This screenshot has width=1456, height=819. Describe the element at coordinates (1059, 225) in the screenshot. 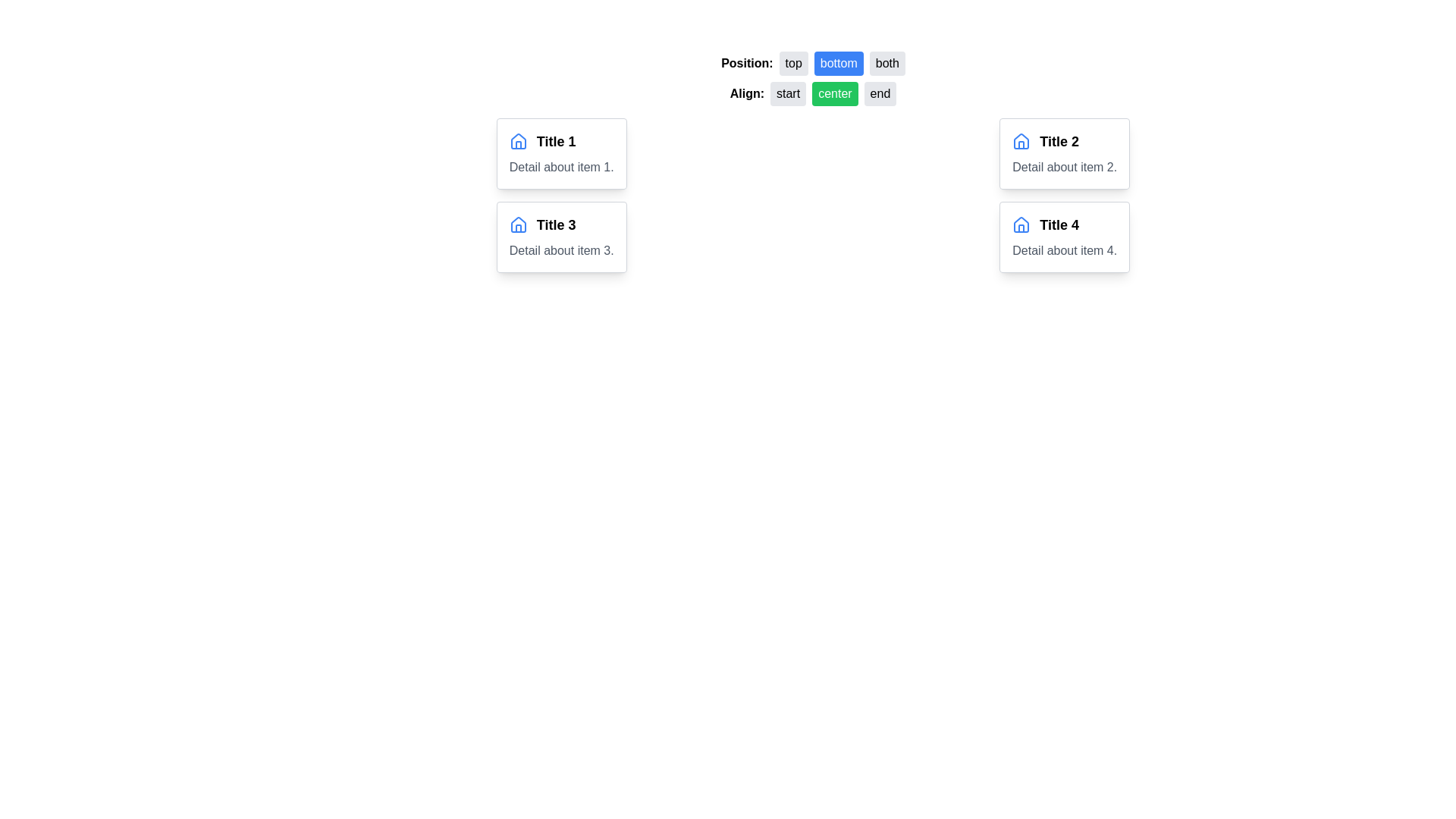

I see `the static text label reading 'Title 4', which is styled with a bold and large font, located in the second column and second row of the layout, below 'Title 2' and next to a house icon` at that location.